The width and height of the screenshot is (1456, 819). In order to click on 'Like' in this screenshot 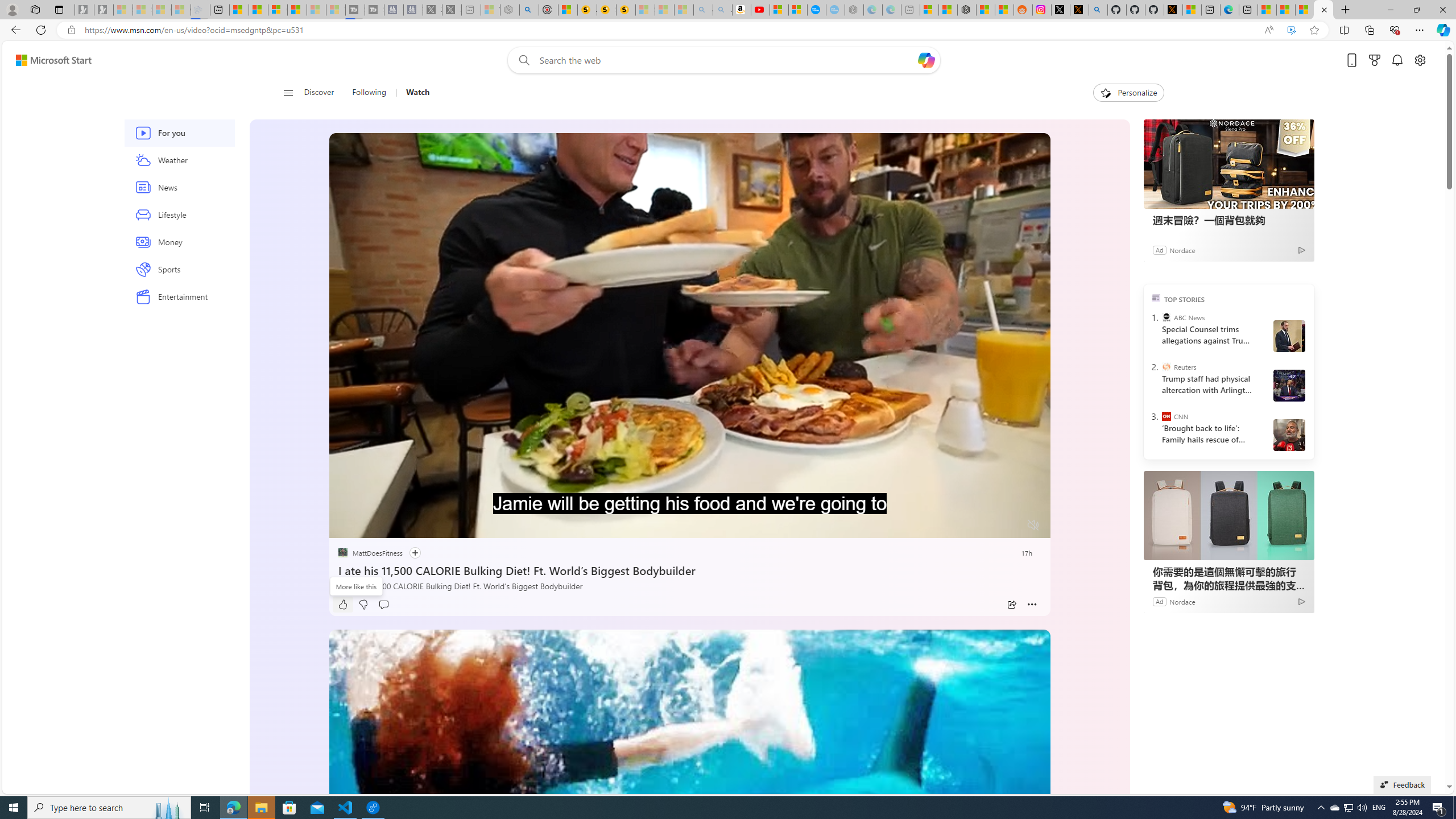, I will do `click(342, 604)`.